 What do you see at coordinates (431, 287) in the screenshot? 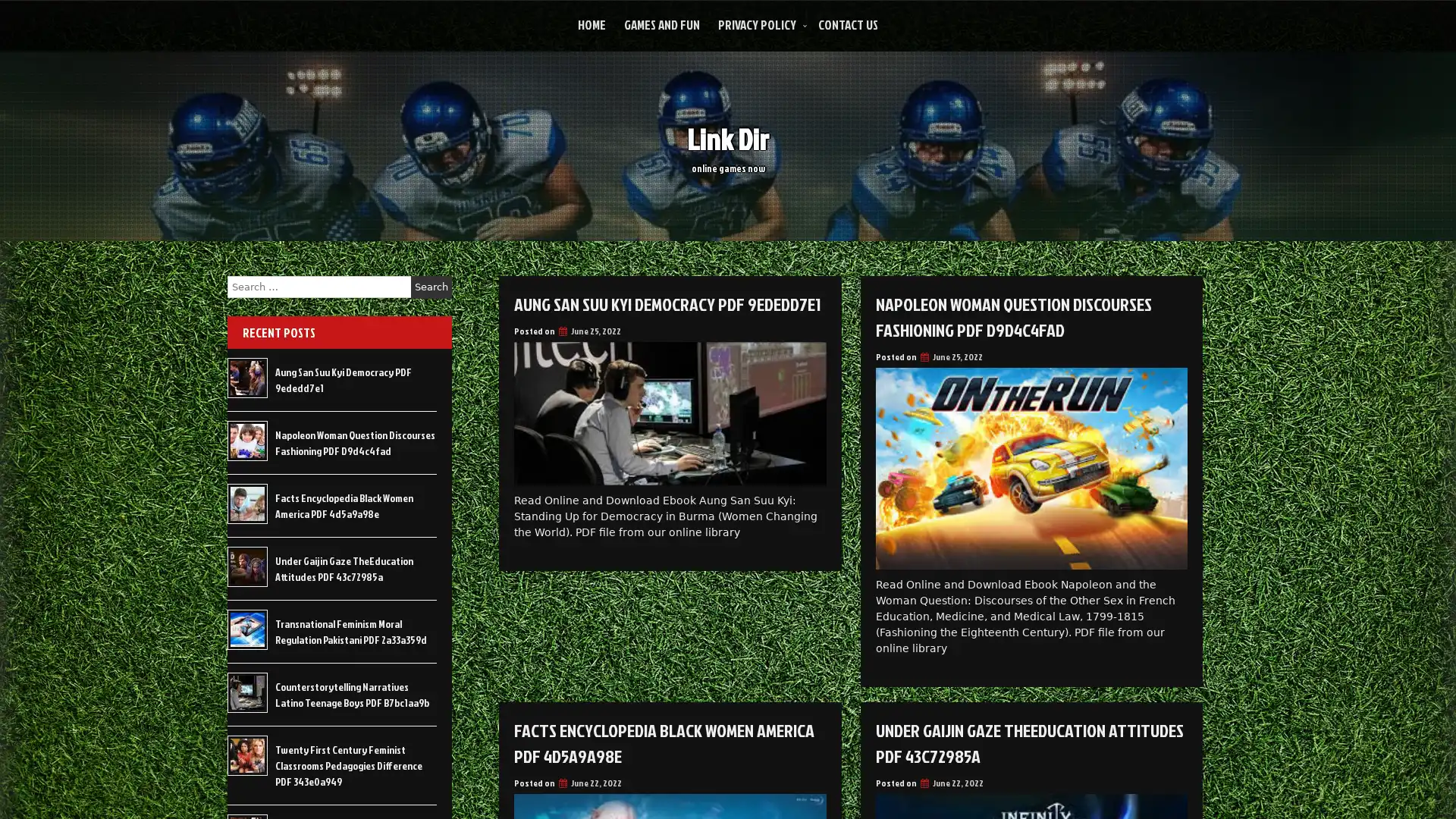
I see `Search` at bounding box center [431, 287].